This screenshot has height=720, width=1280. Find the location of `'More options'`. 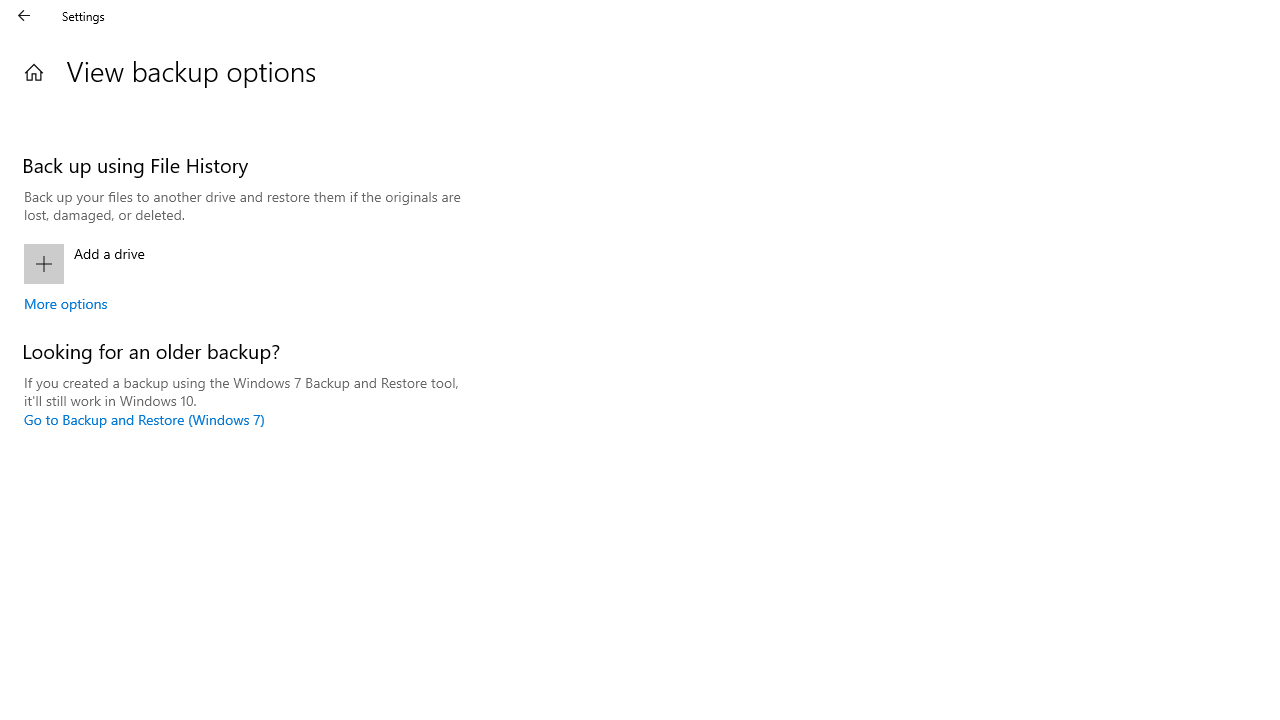

'More options' is located at coordinates (65, 303).